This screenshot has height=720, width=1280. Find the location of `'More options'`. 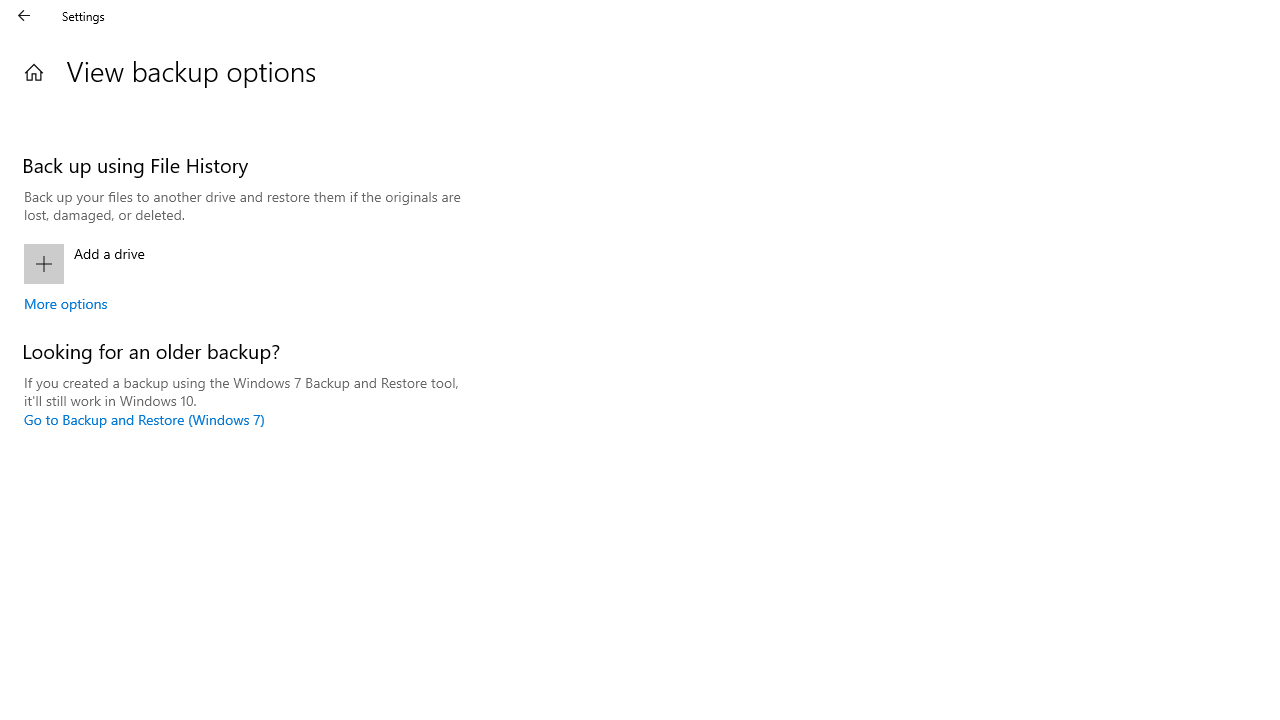

'More options' is located at coordinates (65, 303).